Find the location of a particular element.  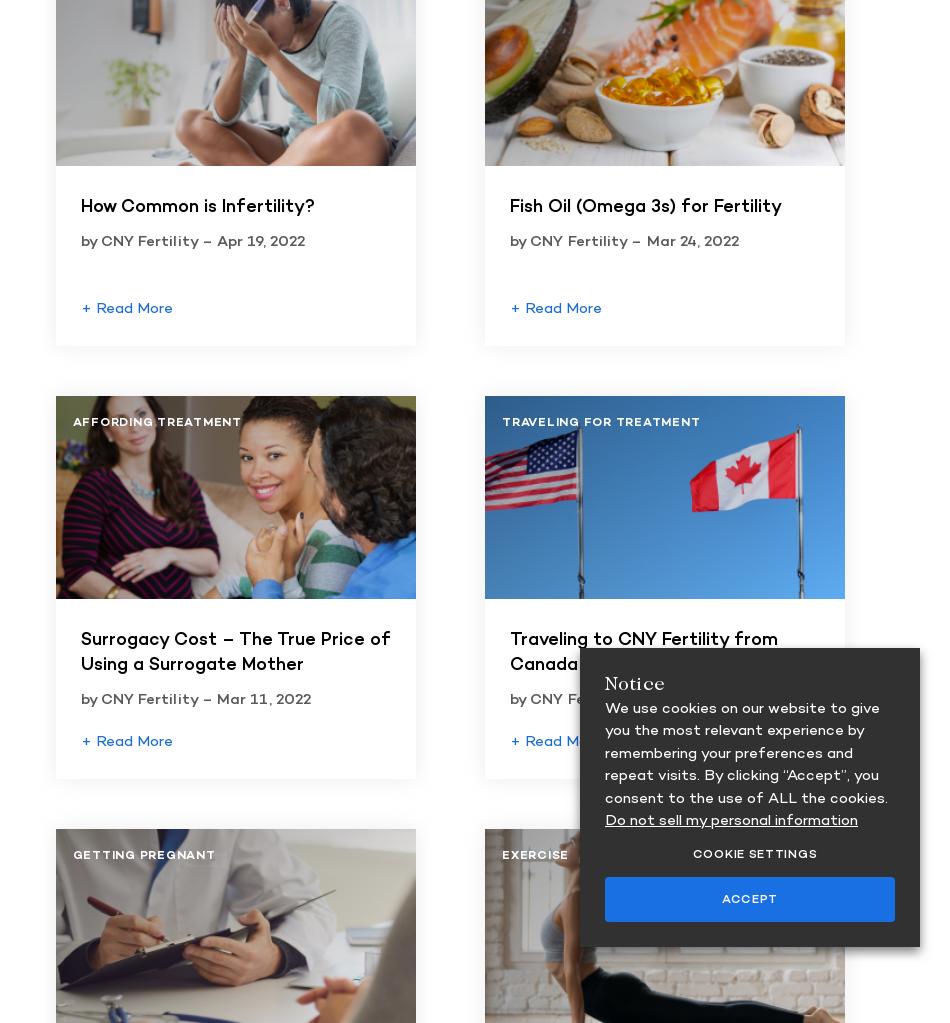

'How Common is Infertility?' is located at coordinates (79, 206).